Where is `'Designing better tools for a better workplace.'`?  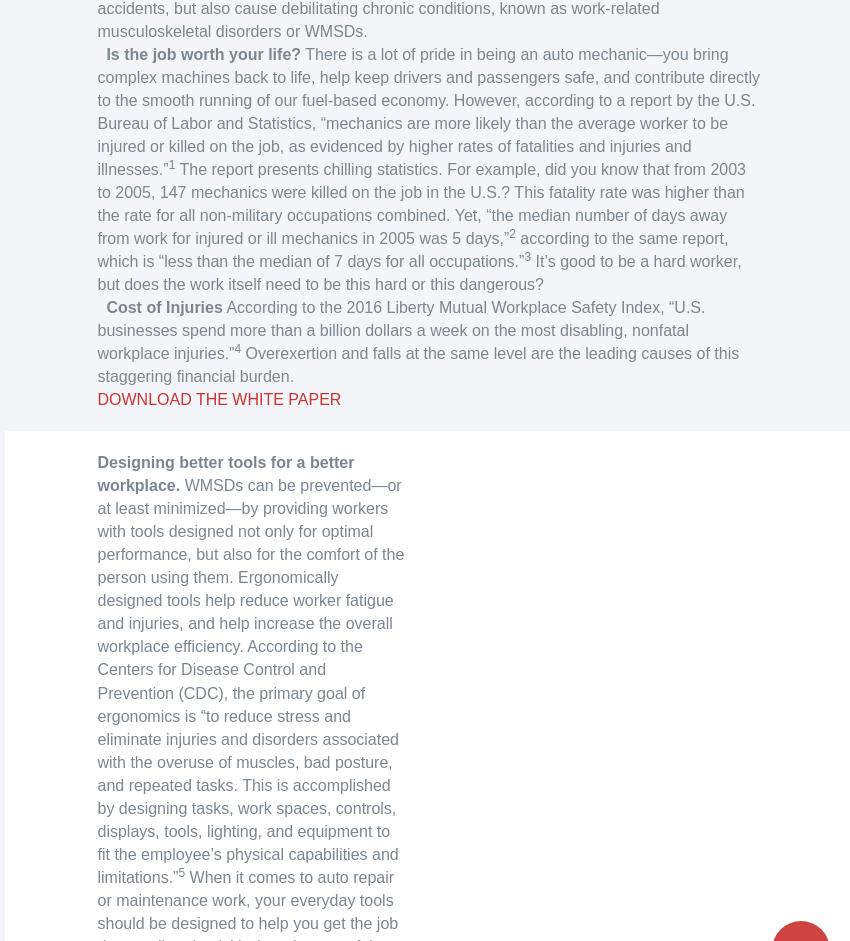 'Designing better tools for a better workplace.' is located at coordinates (225, 472).